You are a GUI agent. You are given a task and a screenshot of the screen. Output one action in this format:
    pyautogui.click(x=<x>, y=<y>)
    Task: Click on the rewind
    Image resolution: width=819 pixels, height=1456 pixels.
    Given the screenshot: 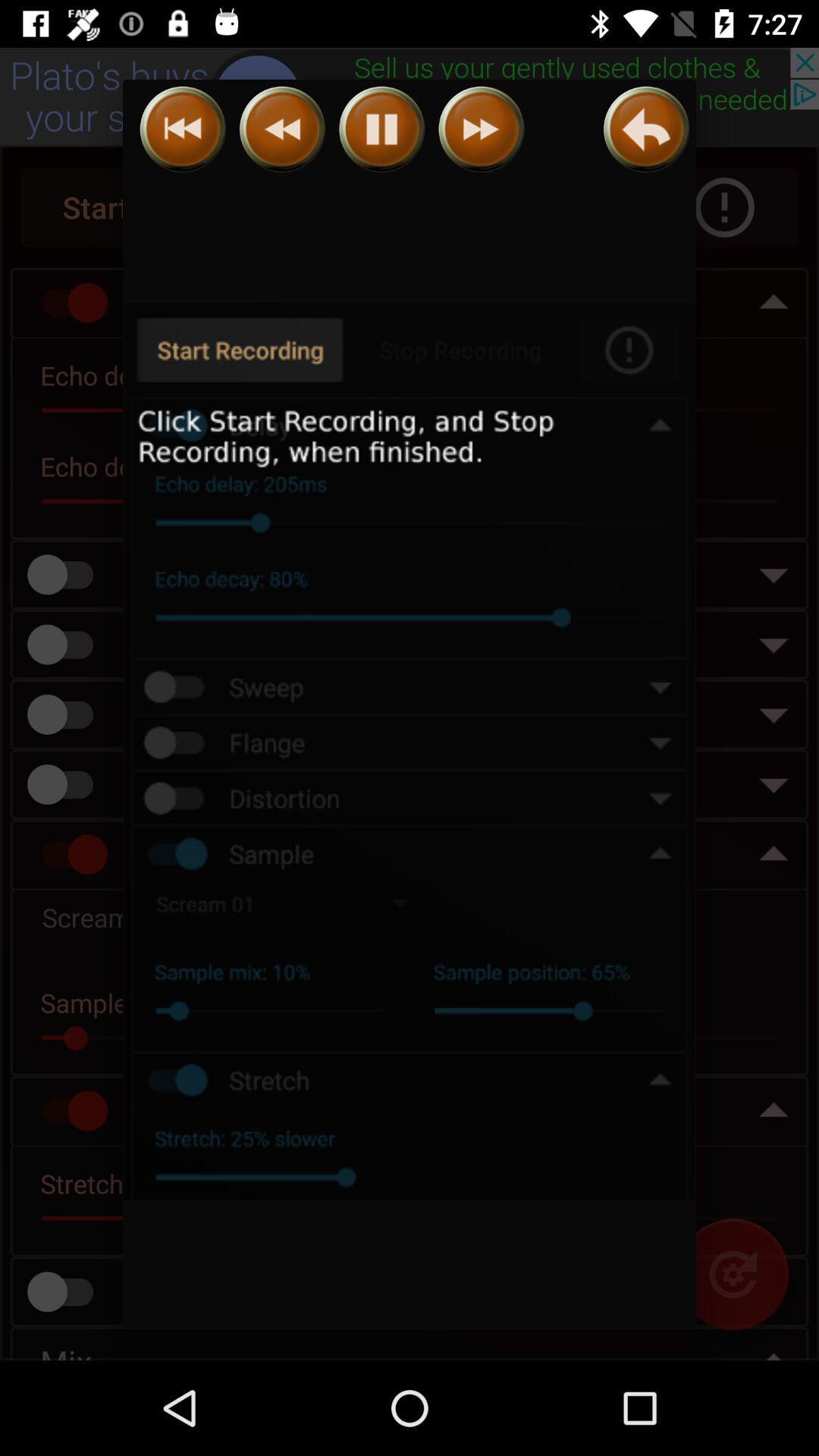 What is the action you would take?
    pyautogui.click(x=282, y=129)
    